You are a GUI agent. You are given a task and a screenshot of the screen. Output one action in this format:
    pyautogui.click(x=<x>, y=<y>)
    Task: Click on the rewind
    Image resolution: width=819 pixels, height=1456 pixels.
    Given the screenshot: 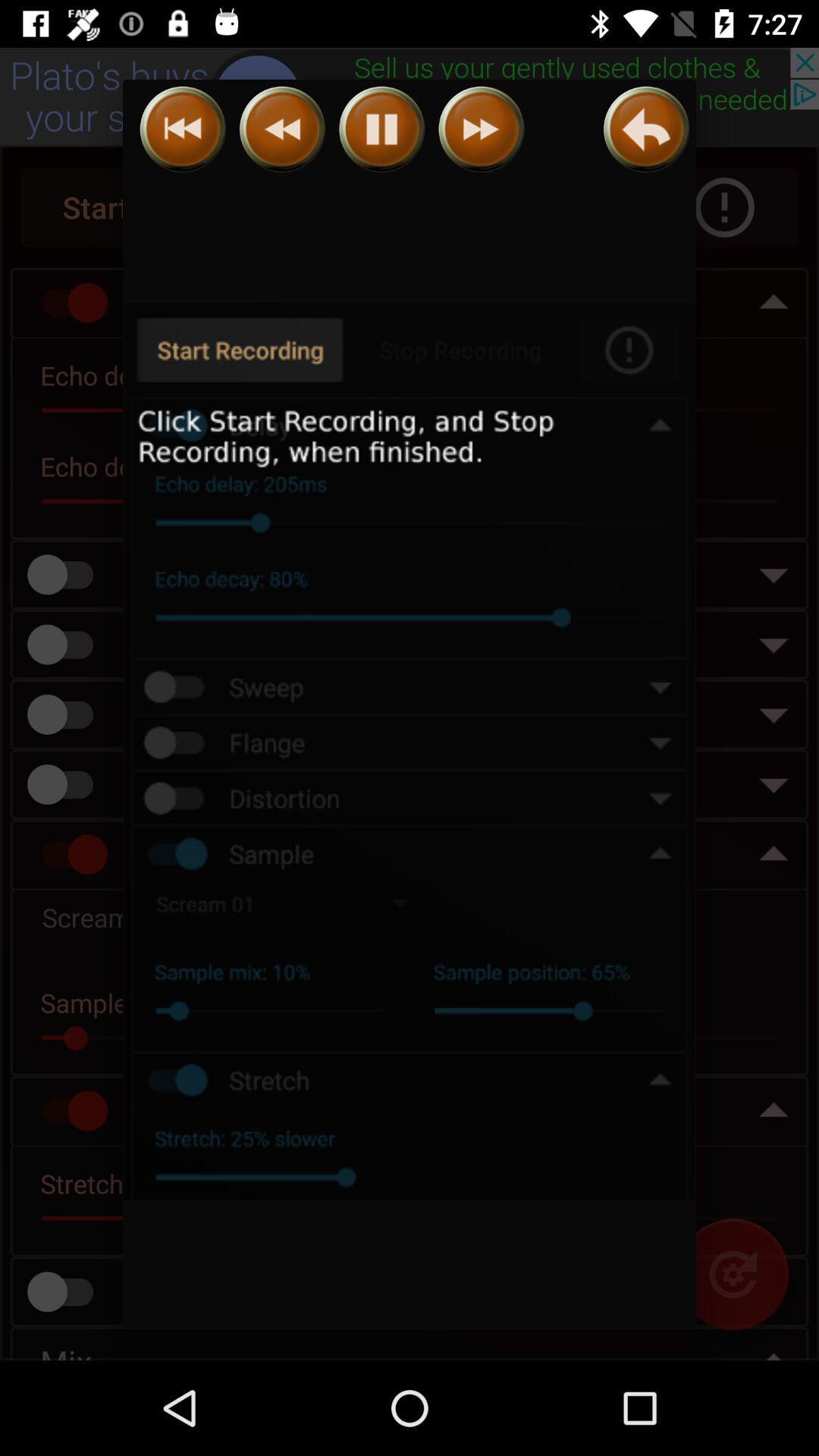 What is the action you would take?
    pyautogui.click(x=282, y=129)
    